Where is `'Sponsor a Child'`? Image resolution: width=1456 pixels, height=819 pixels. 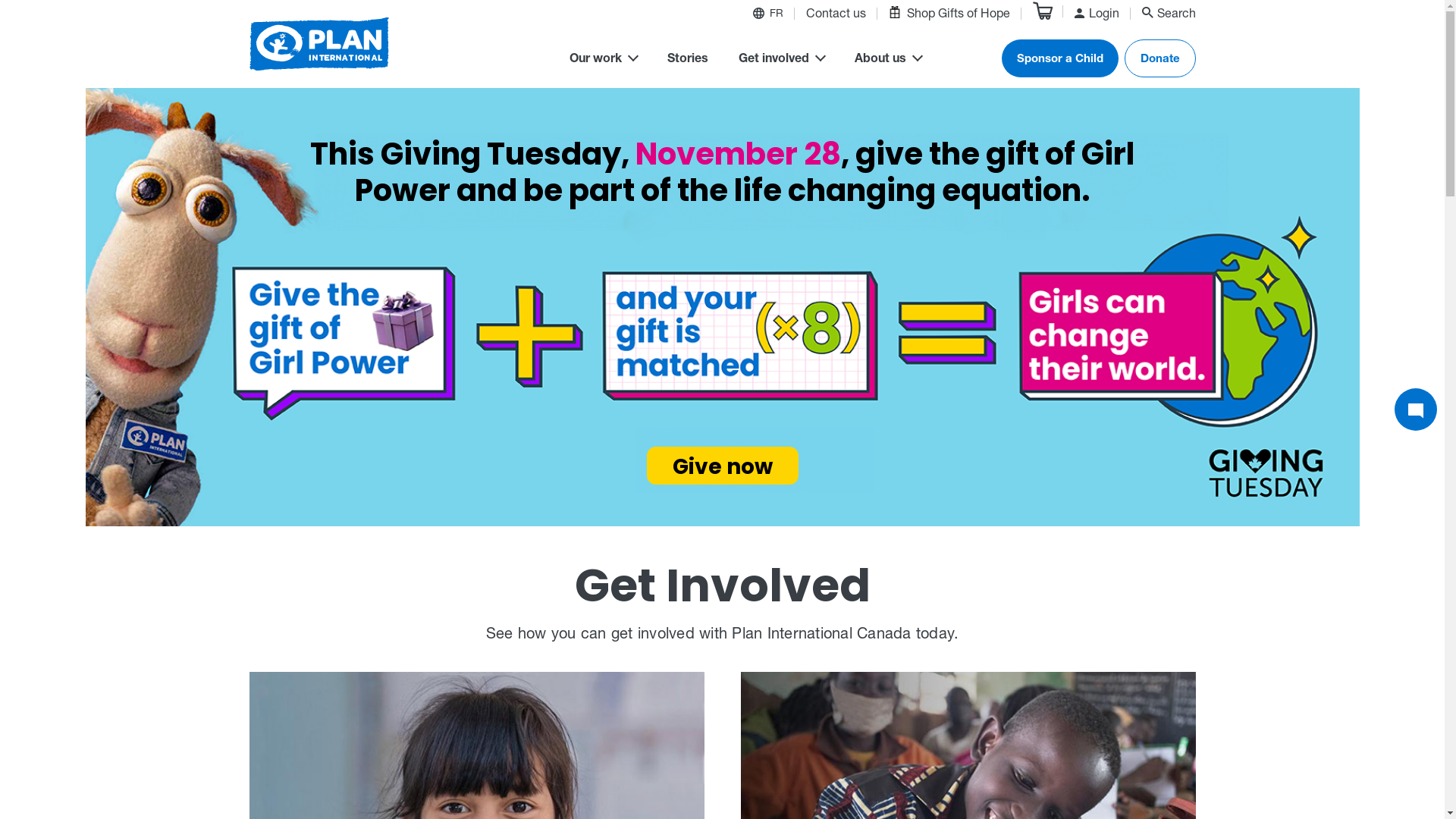 'Sponsor a Child' is located at coordinates (1058, 58).